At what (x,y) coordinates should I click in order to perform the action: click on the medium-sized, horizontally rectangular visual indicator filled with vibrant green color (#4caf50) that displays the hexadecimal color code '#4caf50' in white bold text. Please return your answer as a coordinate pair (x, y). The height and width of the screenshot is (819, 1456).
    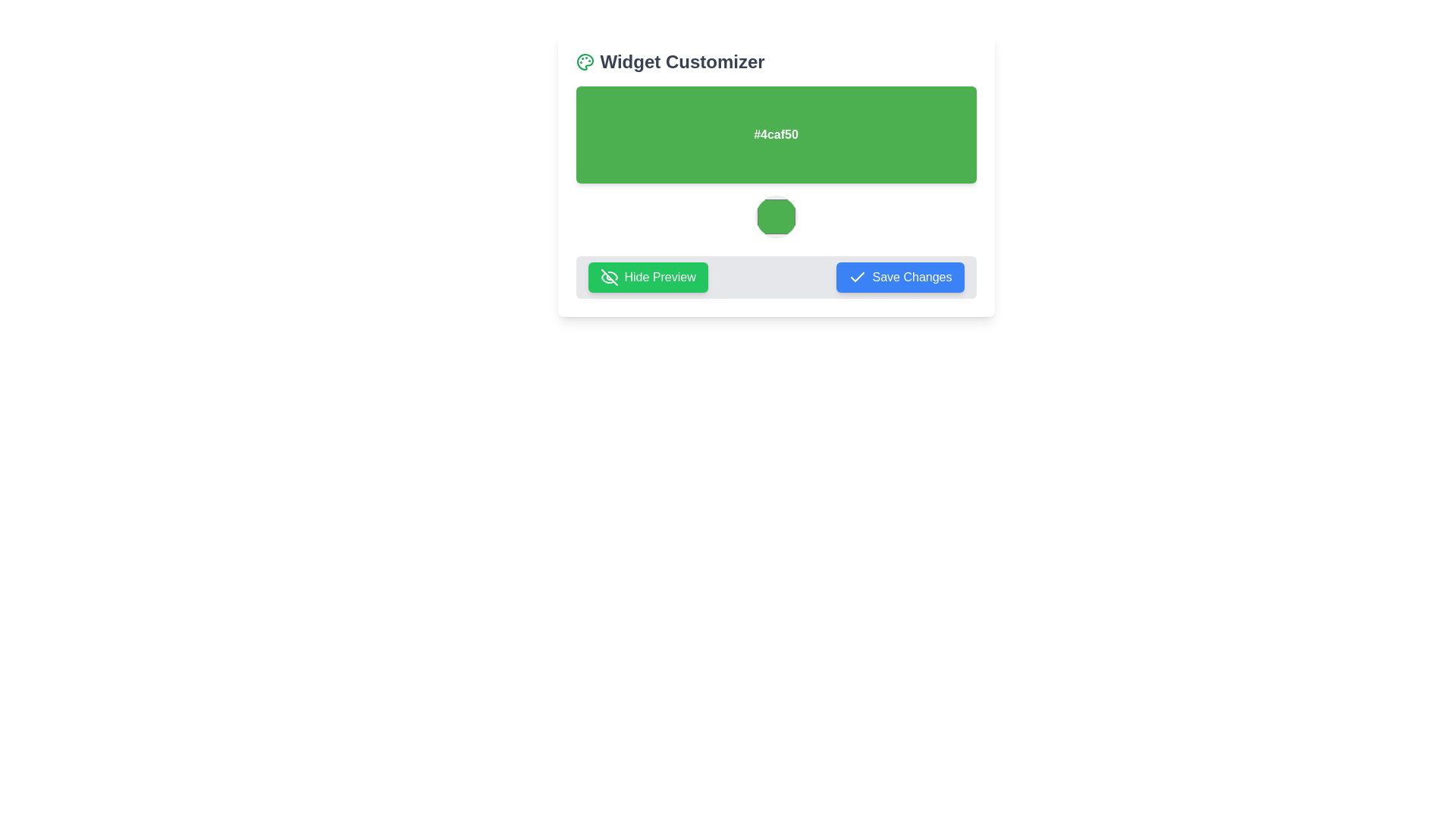
    Looking at the image, I should click on (776, 133).